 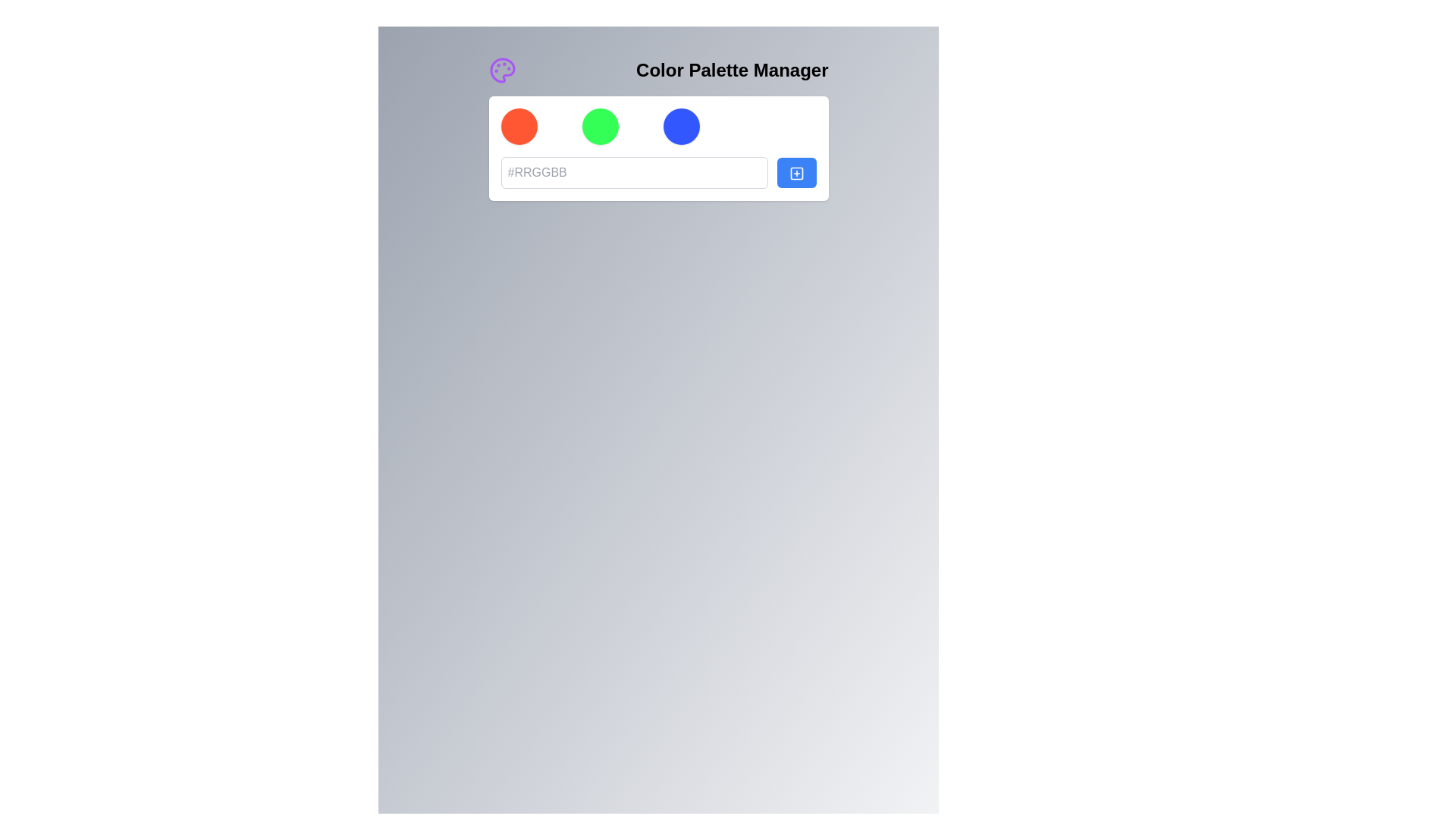 I want to click on the blue rectangular button with a plus symbol icon, so click(x=795, y=171).